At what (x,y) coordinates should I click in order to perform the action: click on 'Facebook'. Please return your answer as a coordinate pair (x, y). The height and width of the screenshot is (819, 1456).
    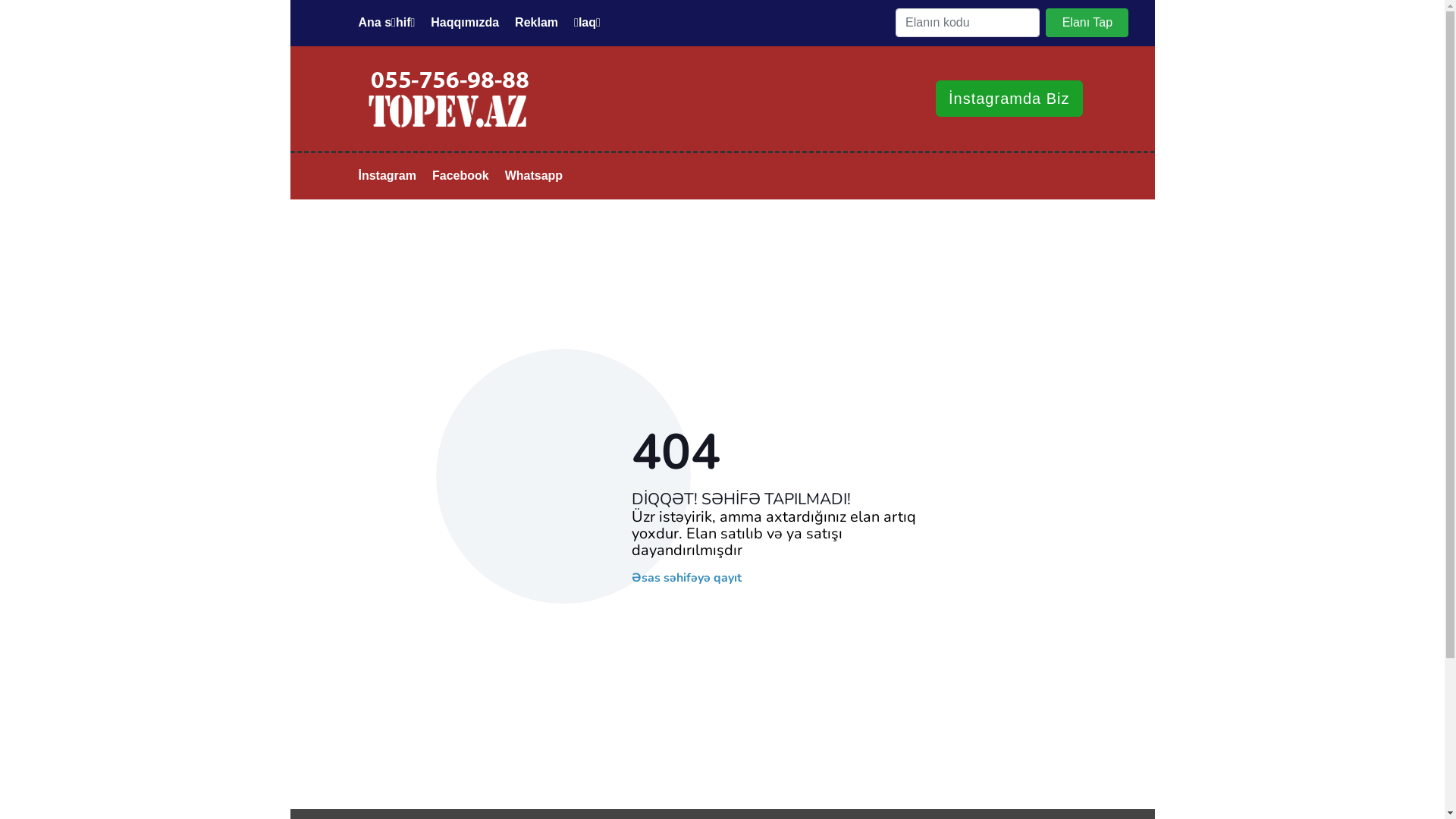
    Looking at the image, I should click on (425, 175).